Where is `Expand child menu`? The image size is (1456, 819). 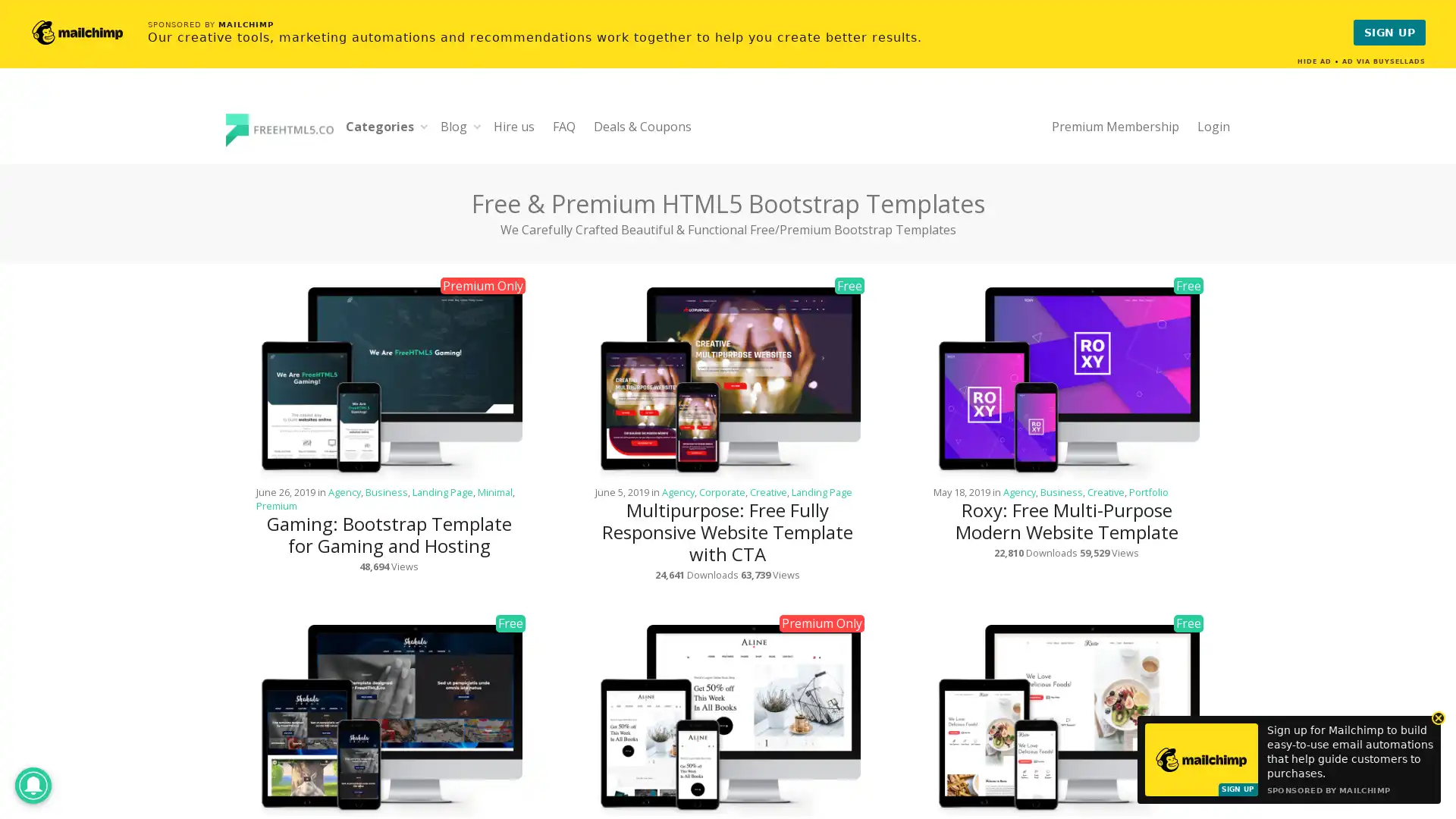 Expand child menu is located at coordinates (424, 125).